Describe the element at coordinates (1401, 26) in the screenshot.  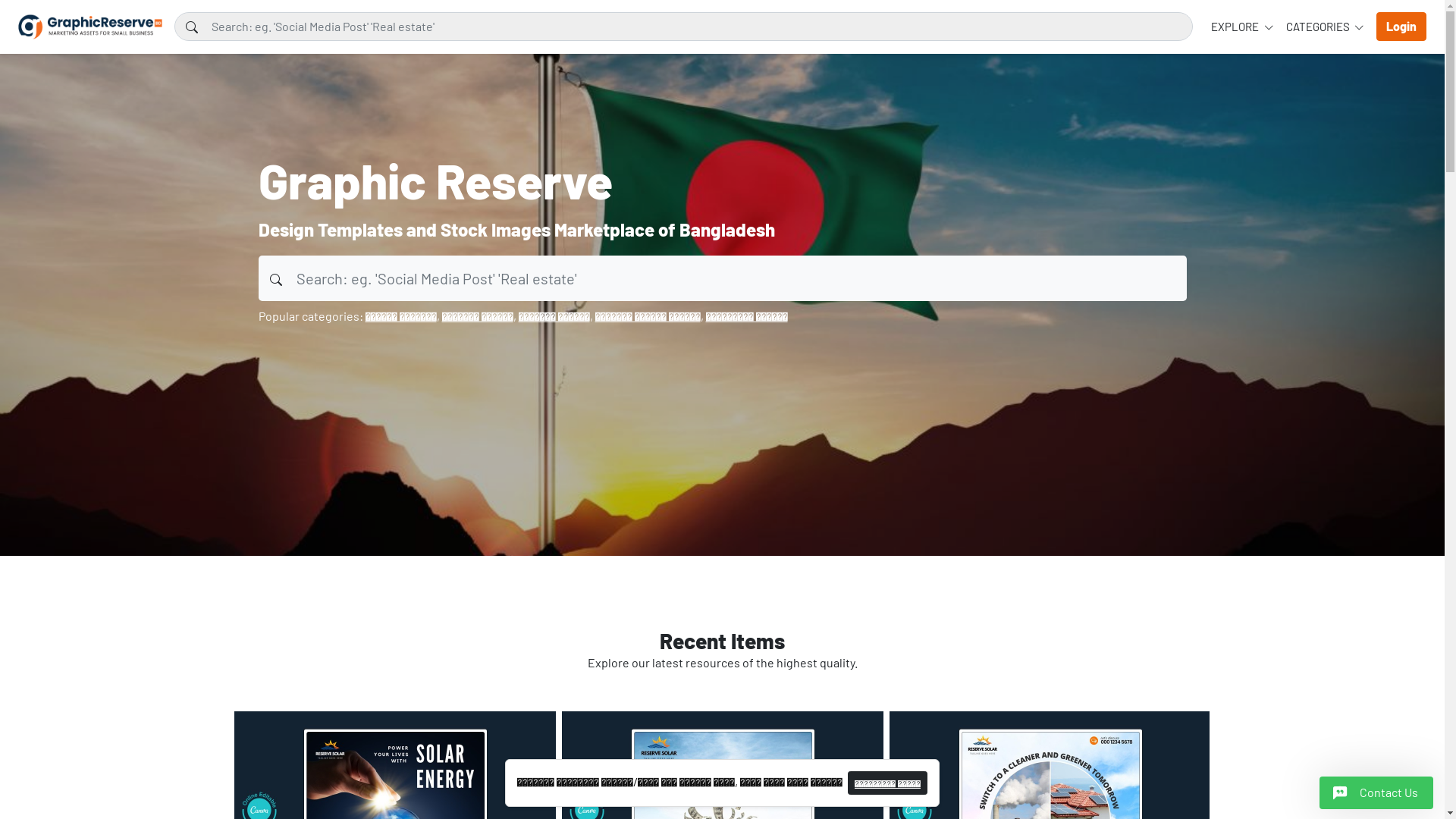
I see `'Login'` at that location.